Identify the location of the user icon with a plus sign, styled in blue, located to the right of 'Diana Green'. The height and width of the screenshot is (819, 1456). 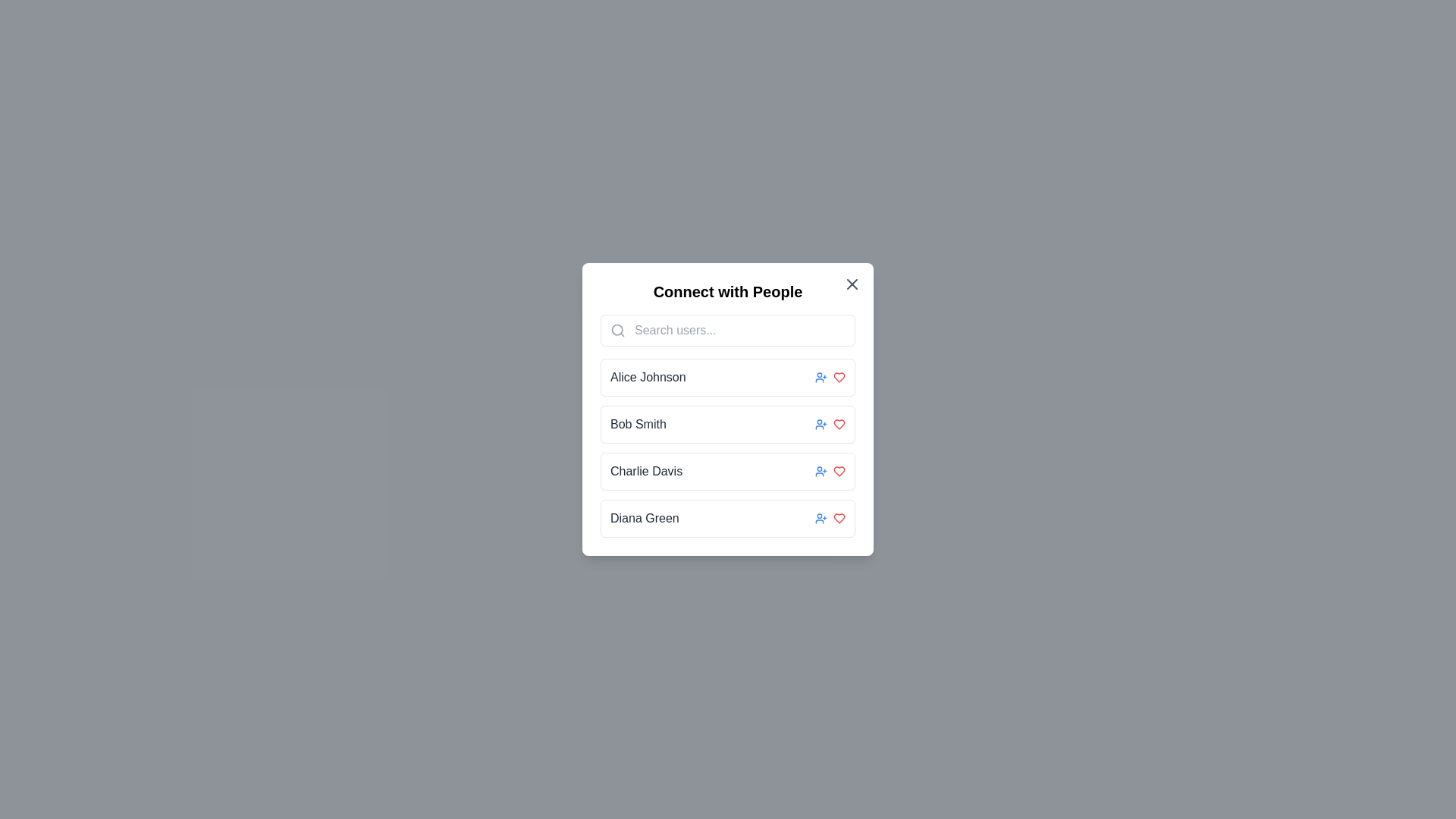
(821, 517).